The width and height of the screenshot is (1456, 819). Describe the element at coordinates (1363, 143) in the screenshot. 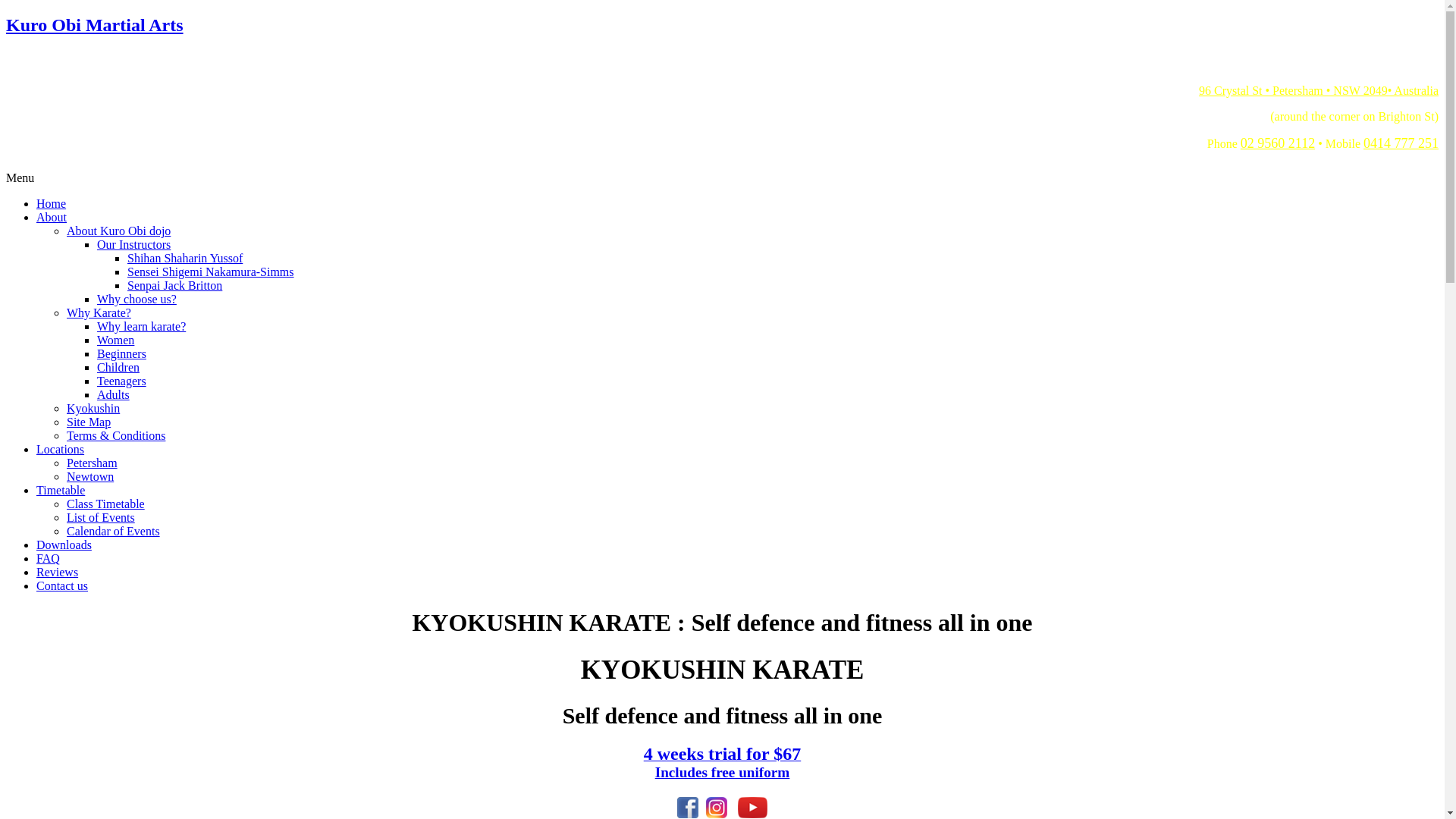

I see `'0414 777 251'` at that location.